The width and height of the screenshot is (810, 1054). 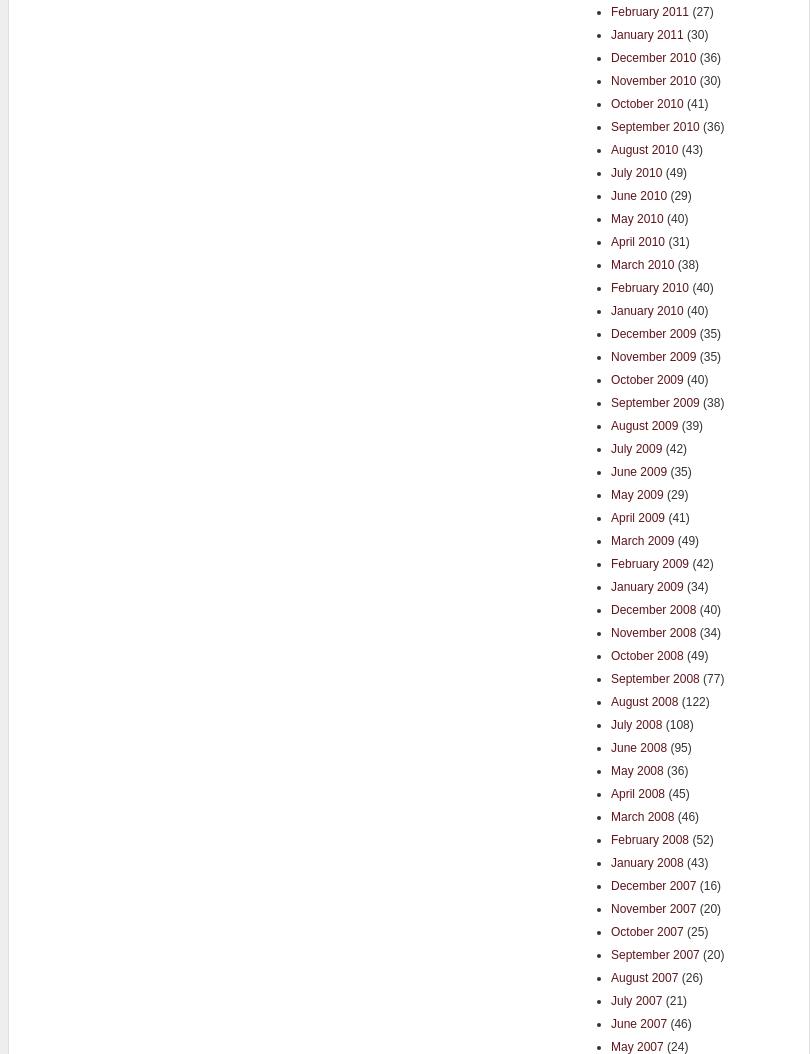 What do you see at coordinates (609, 953) in the screenshot?
I see `'September 2007'` at bounding box center [609, 953].